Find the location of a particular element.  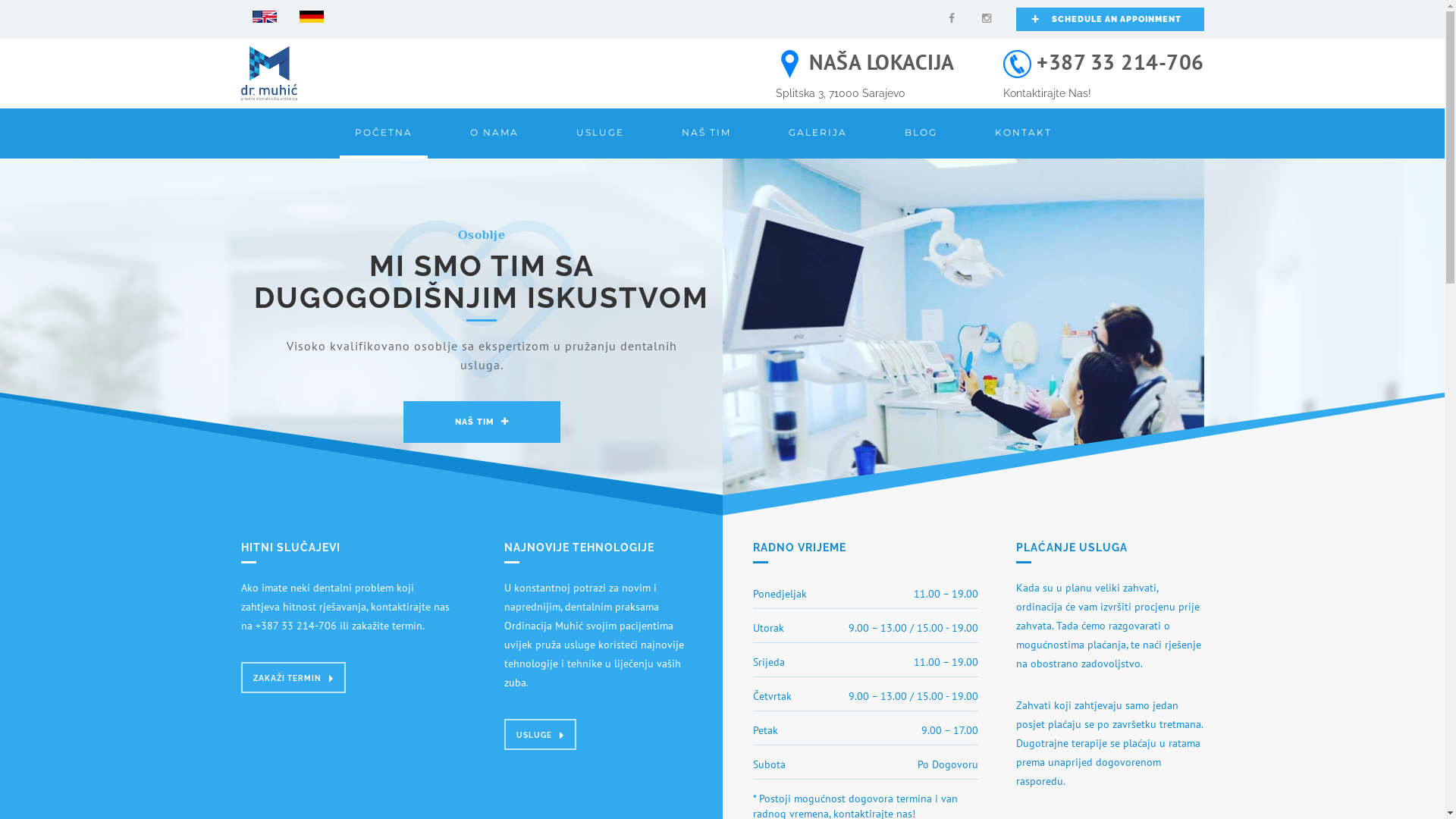

'Instagram' is located at coordinates (986, 17).